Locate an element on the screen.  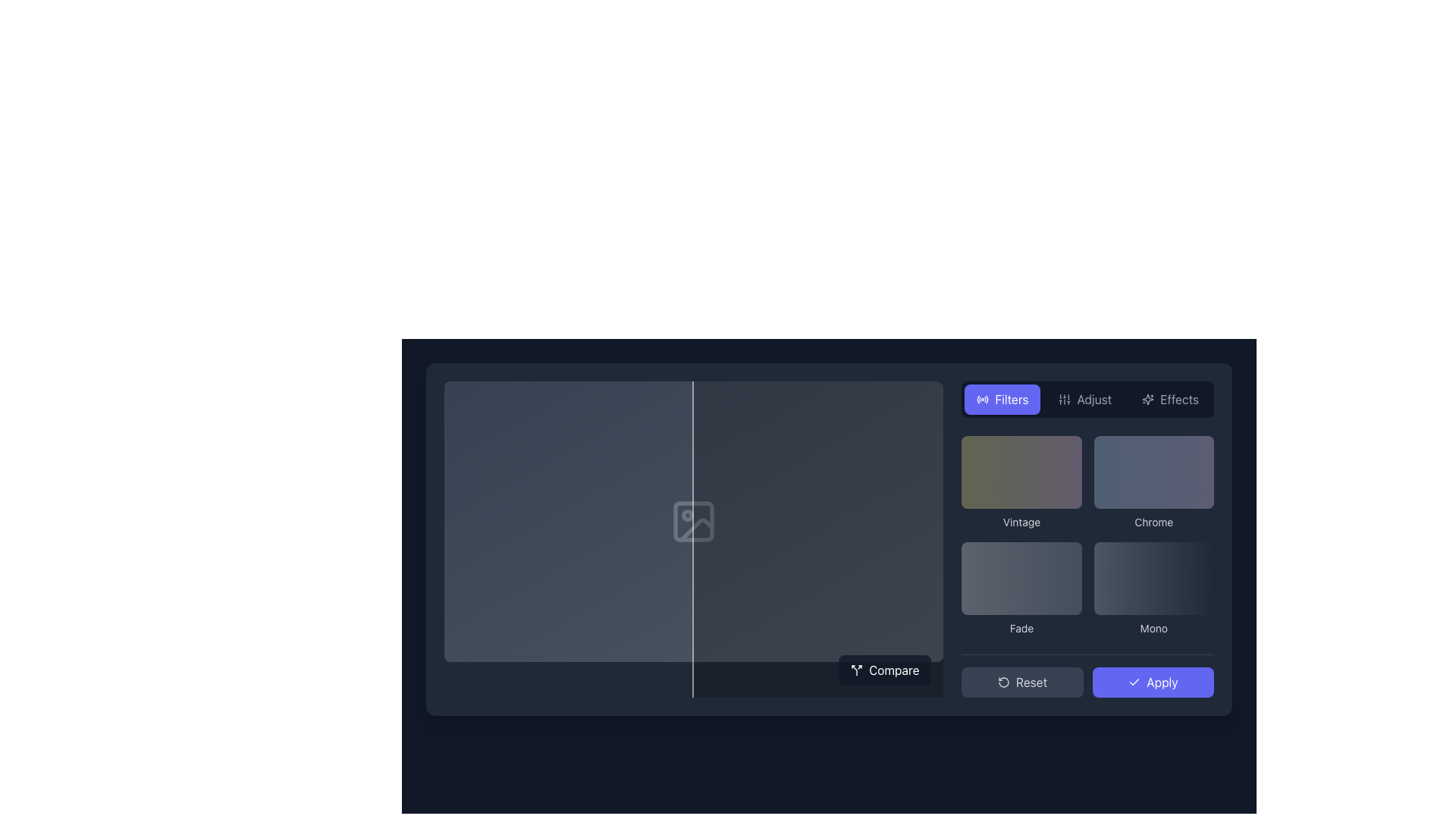
the rectangular button with rounded corners located in the bottom-right section of the interface, specifically is located at coordinates (1021, 579).